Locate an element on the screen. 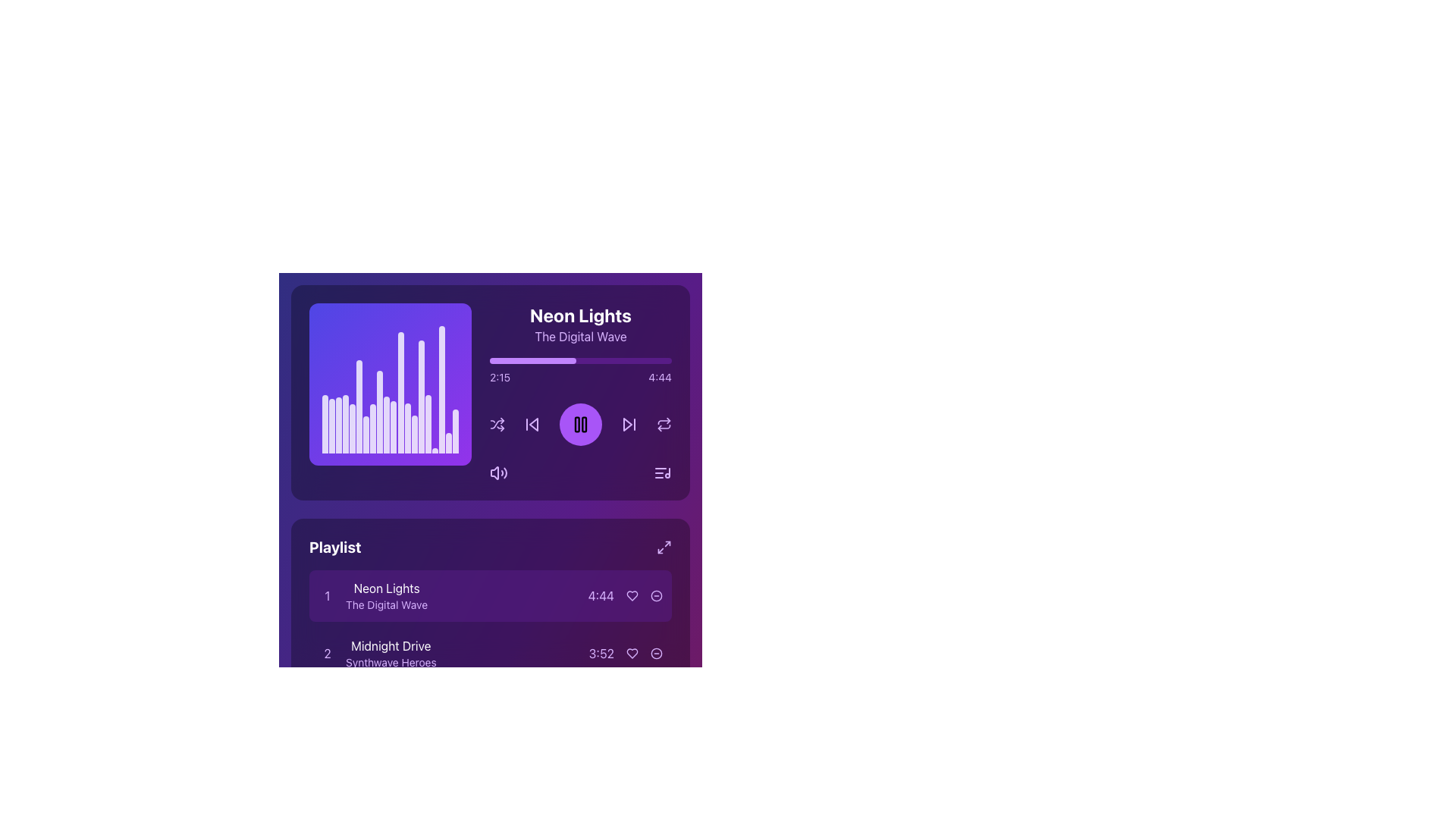 This screenshot has height=819, width=1456. the numeral '2' styled with a purple font in the 'Midnight Drive' playlist item, which is centered in a square area is located at coordinates (327, 652).